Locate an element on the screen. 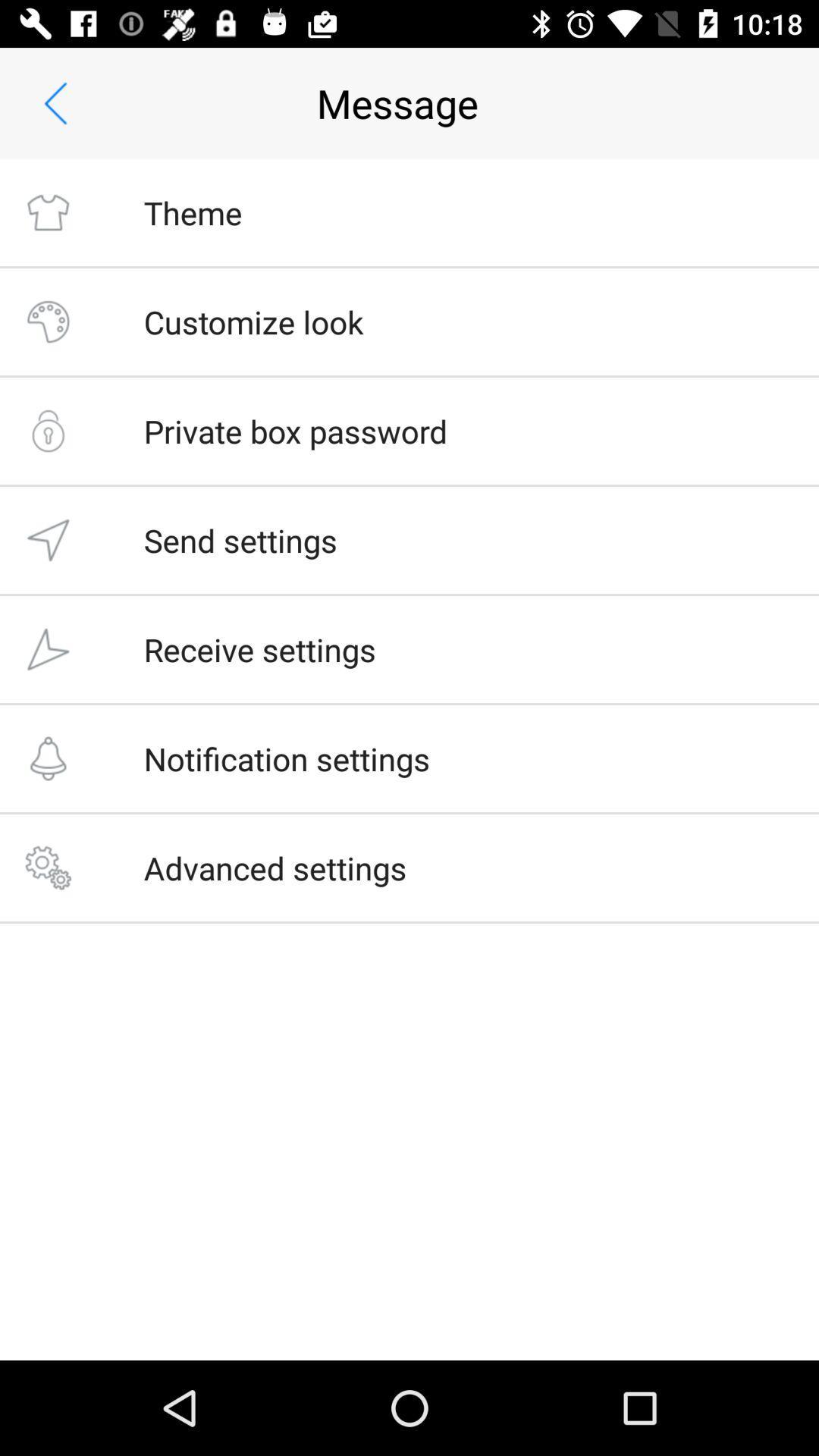  the send settings icon is located at coordinates (240, 540).